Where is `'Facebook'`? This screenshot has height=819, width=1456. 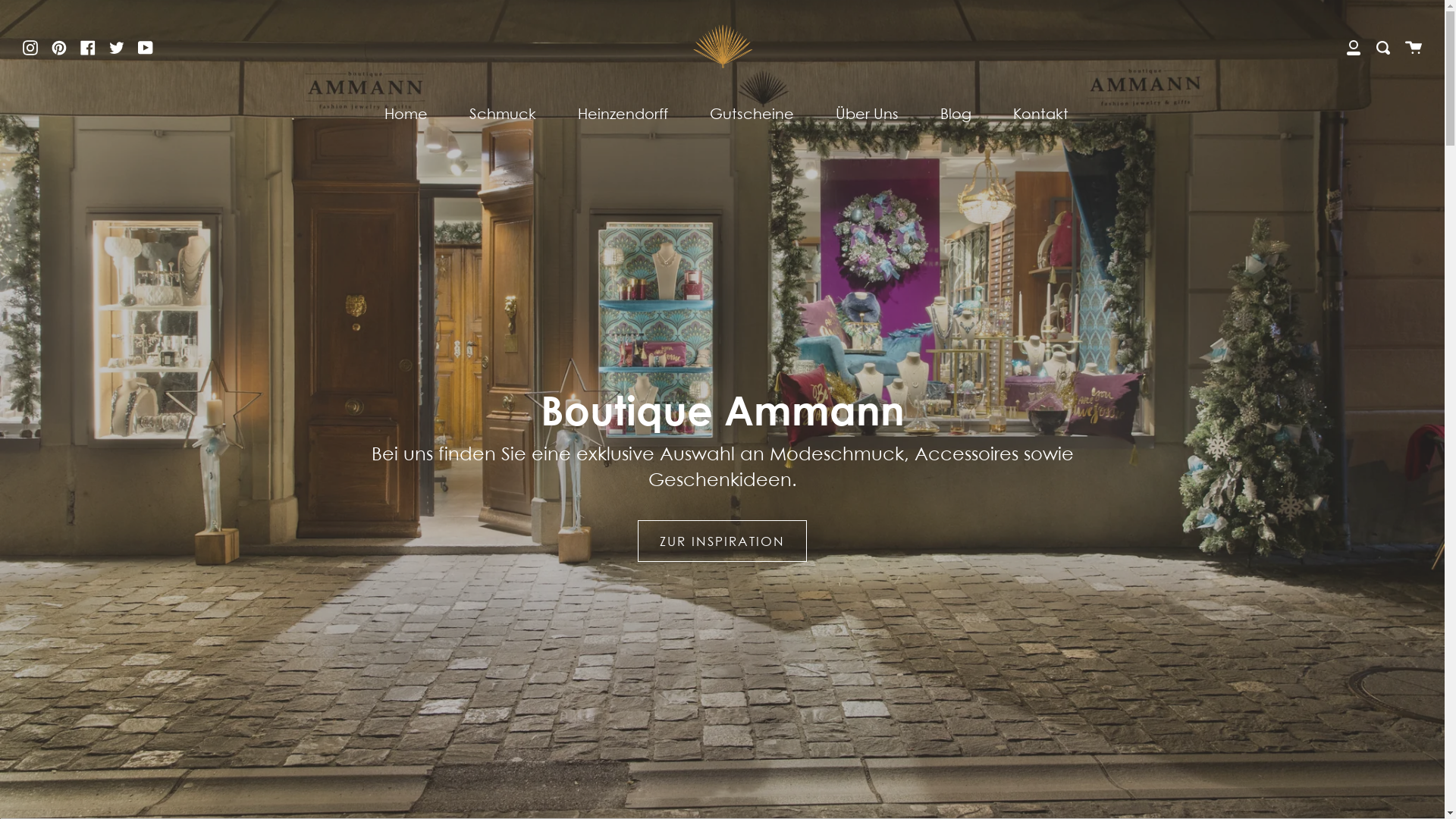 'Facebook' is located at coordinates (79, 45).